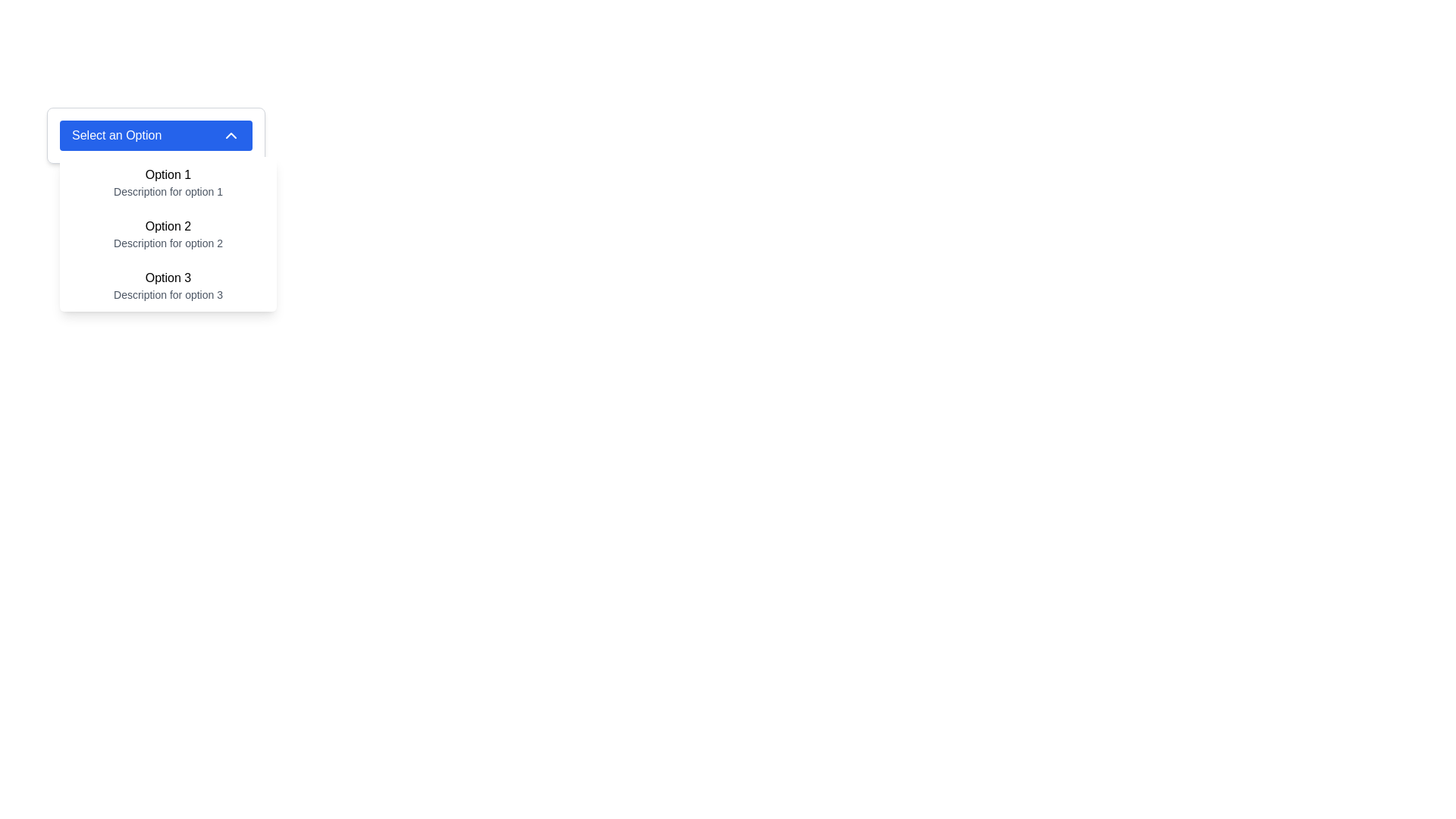 Image resolution: width=1456 pixels, height=819 pixels. What do you see at coordinates (168, 242) in the screenshot?
I see `the descriptive text label located directly below the main label 'Option 2' in the dropdown list` at bounding box center [168, 242].